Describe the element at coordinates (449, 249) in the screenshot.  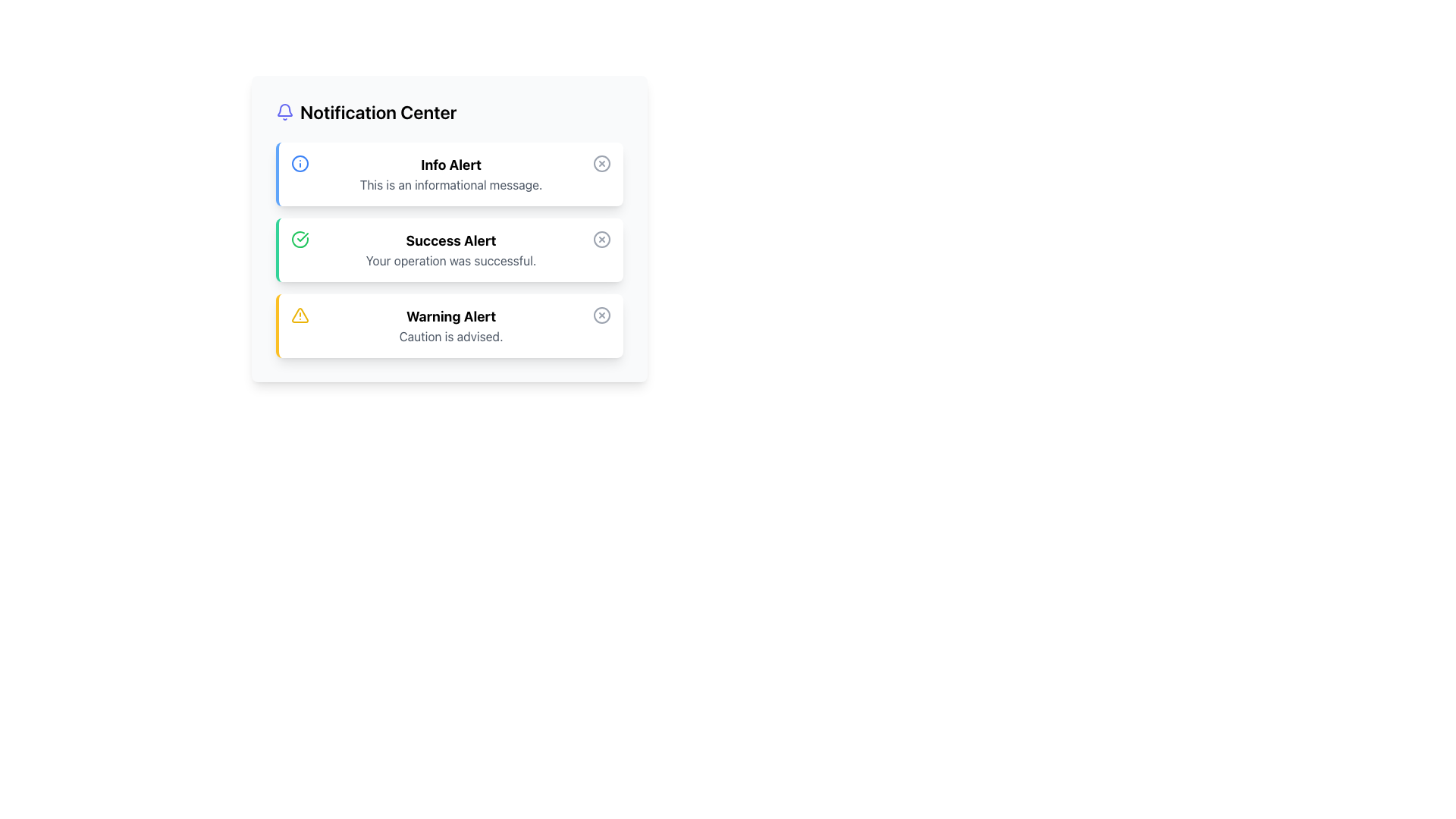
I see `the success message displayed in the second notification card with a white background and bold black text reading 'Success Alert'` at that location.